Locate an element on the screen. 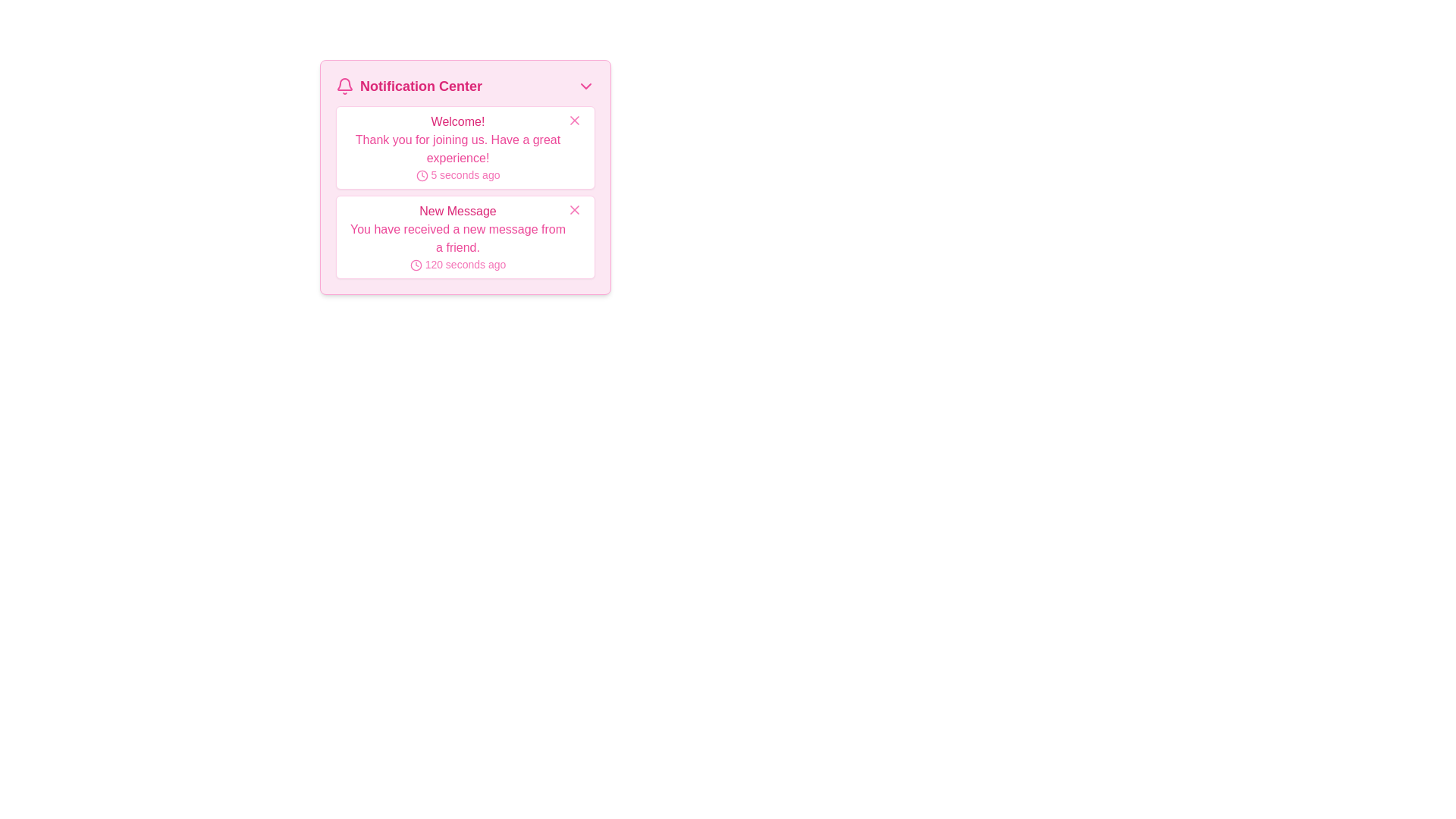 Image resolution: width=1456 pixels, height=819 pixels. the close button in the upper-right corner of the 'New Message' notification card is located at coordinates (574, 210).